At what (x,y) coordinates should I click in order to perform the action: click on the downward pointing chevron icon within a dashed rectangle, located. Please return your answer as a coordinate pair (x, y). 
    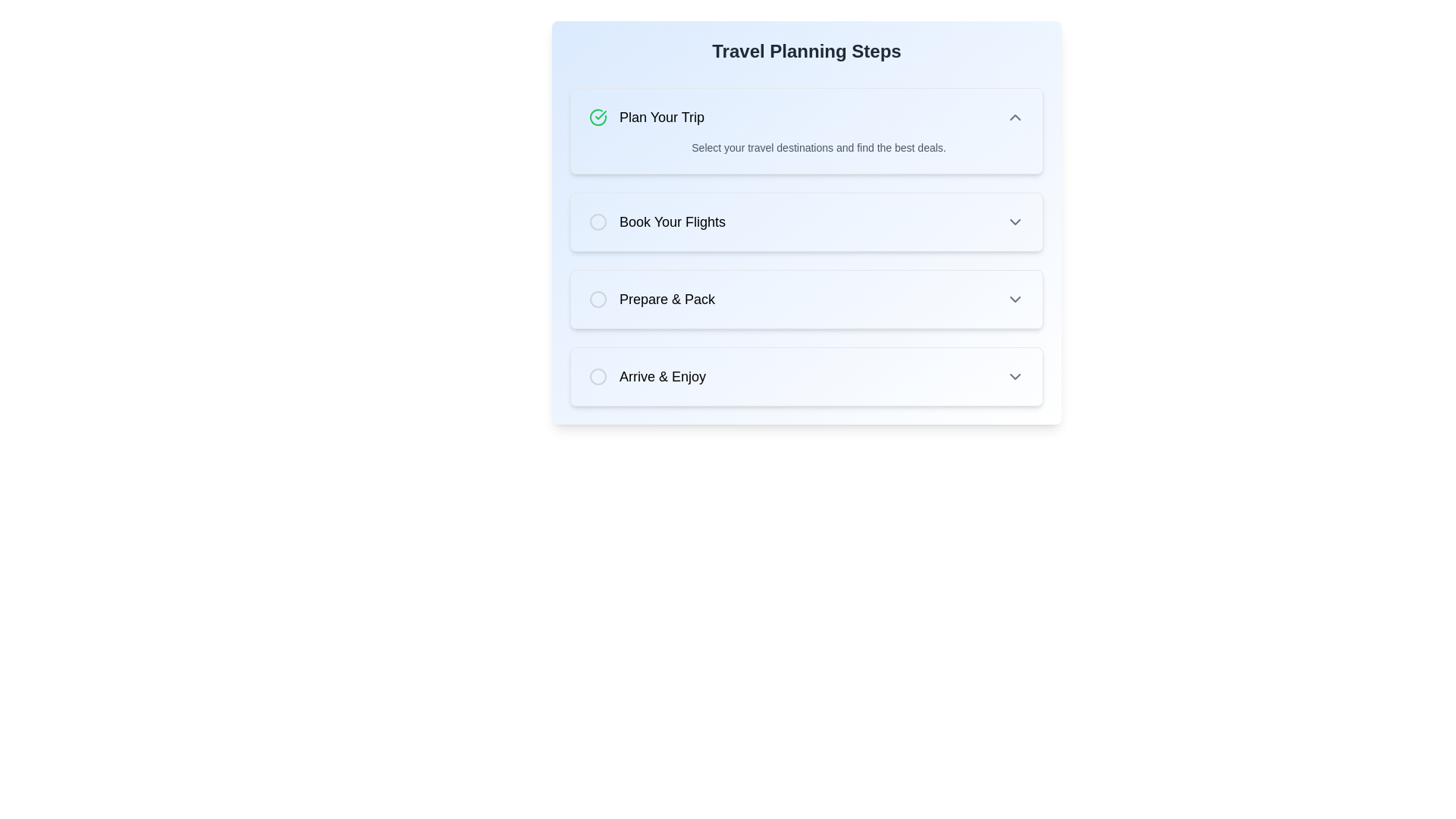
    Looking at the image, I should click on (1015, 222).